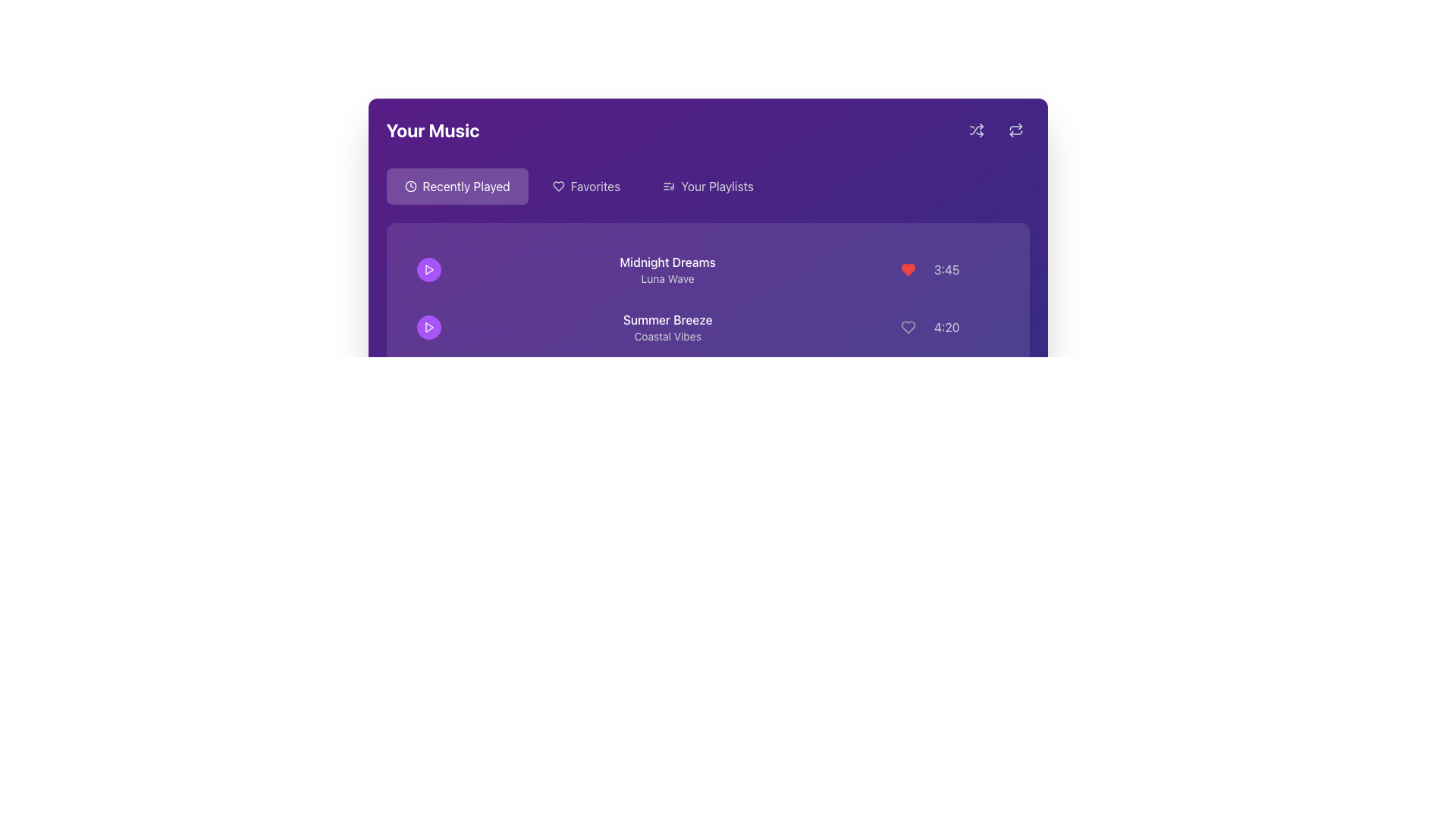  I want to click on the 'Recently Played' button, which is a rectangular button with a rounded border featuring a white clock icon and white text, so click(457, 186).